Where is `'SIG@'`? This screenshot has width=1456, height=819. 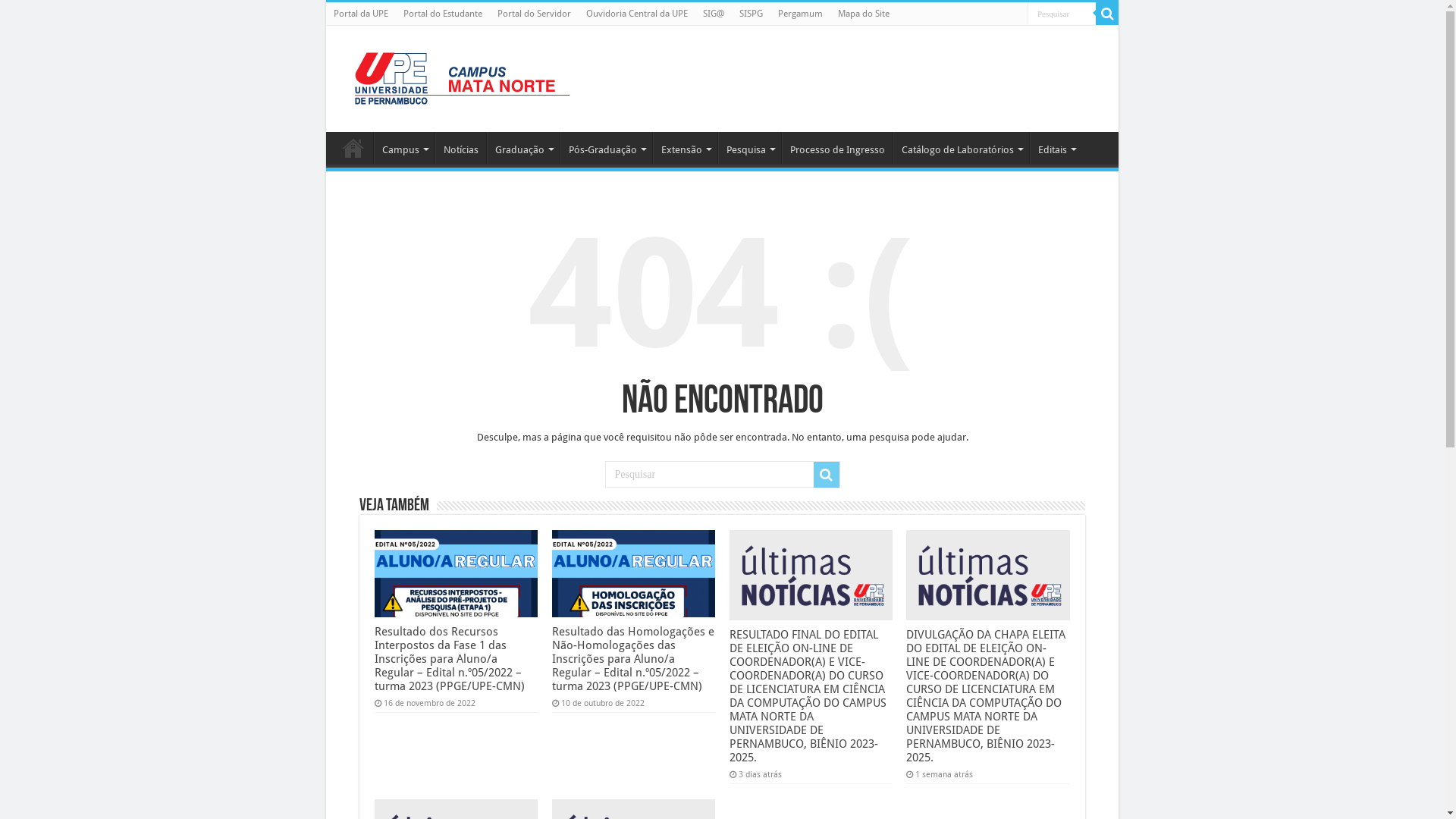 'SIG@' is located at coordinates (712, 14).